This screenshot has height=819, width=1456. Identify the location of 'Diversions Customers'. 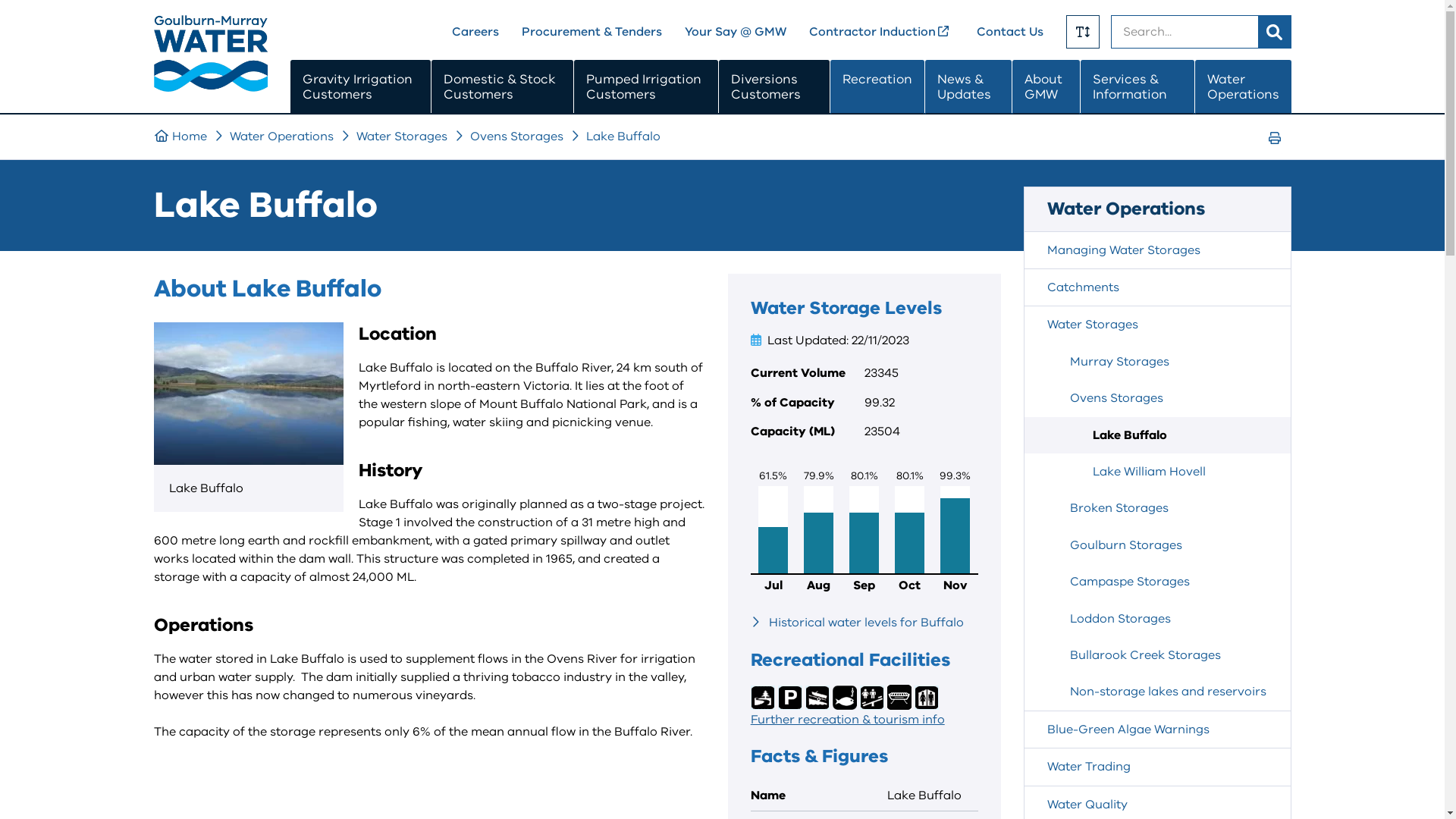
(774, 87).